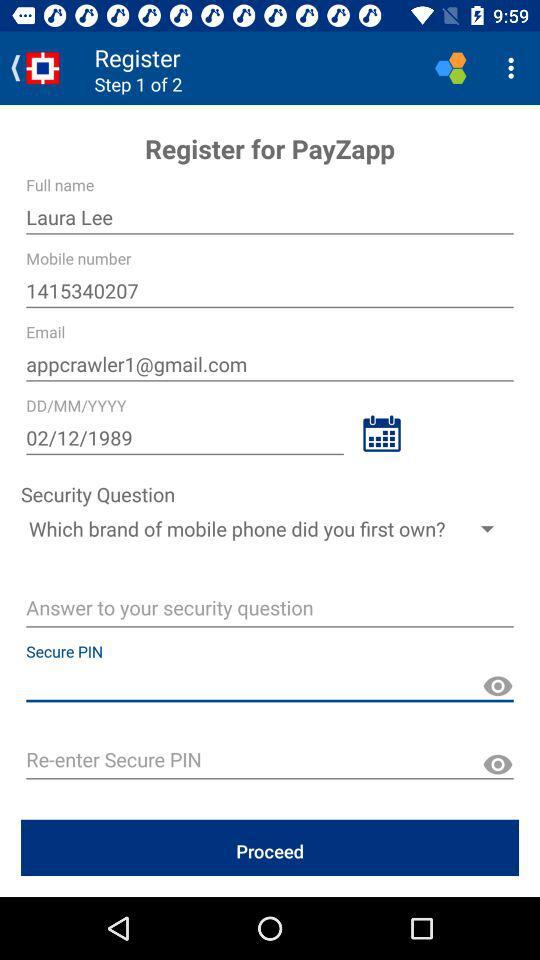 Image resolution: width=540 pixels, height=960 pixels. I want to click on calendar, so click(381, 433).